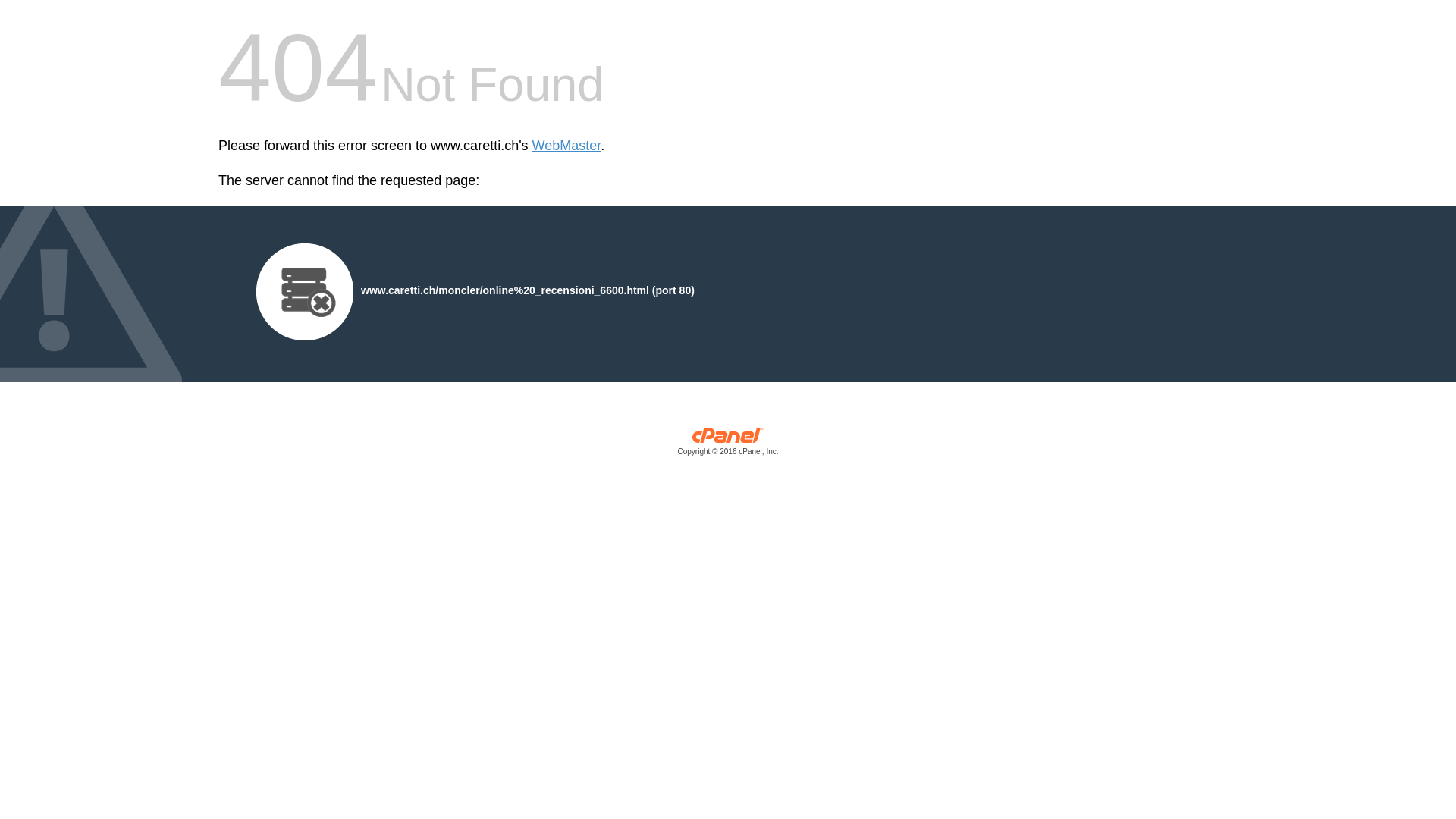 The image size is (1456, 819). Describe the element at coordinates (566, 146) in the screenshot. I see `'WebMaster'` at that location.